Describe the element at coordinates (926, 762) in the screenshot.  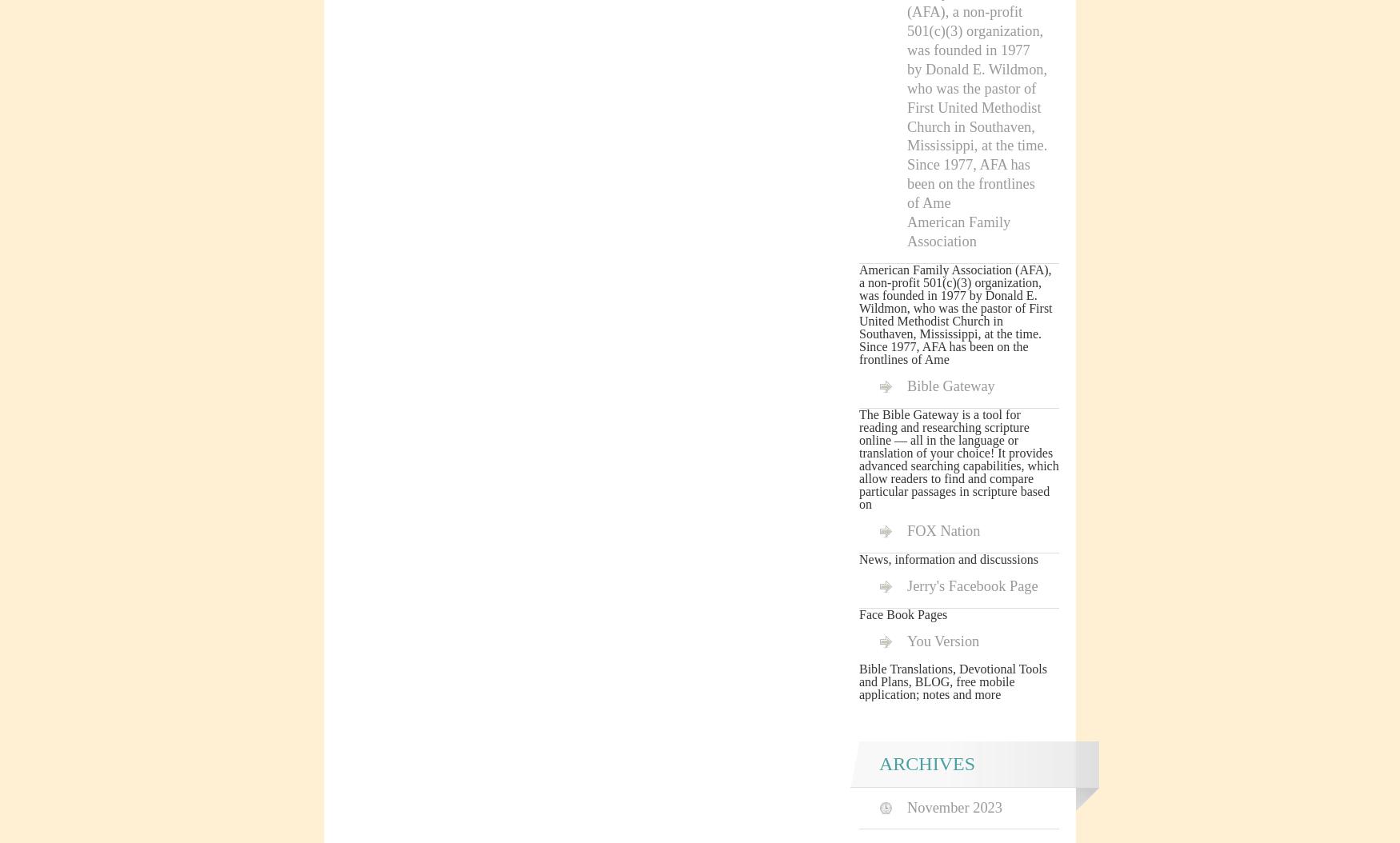
I see `'Archives'` at that location.